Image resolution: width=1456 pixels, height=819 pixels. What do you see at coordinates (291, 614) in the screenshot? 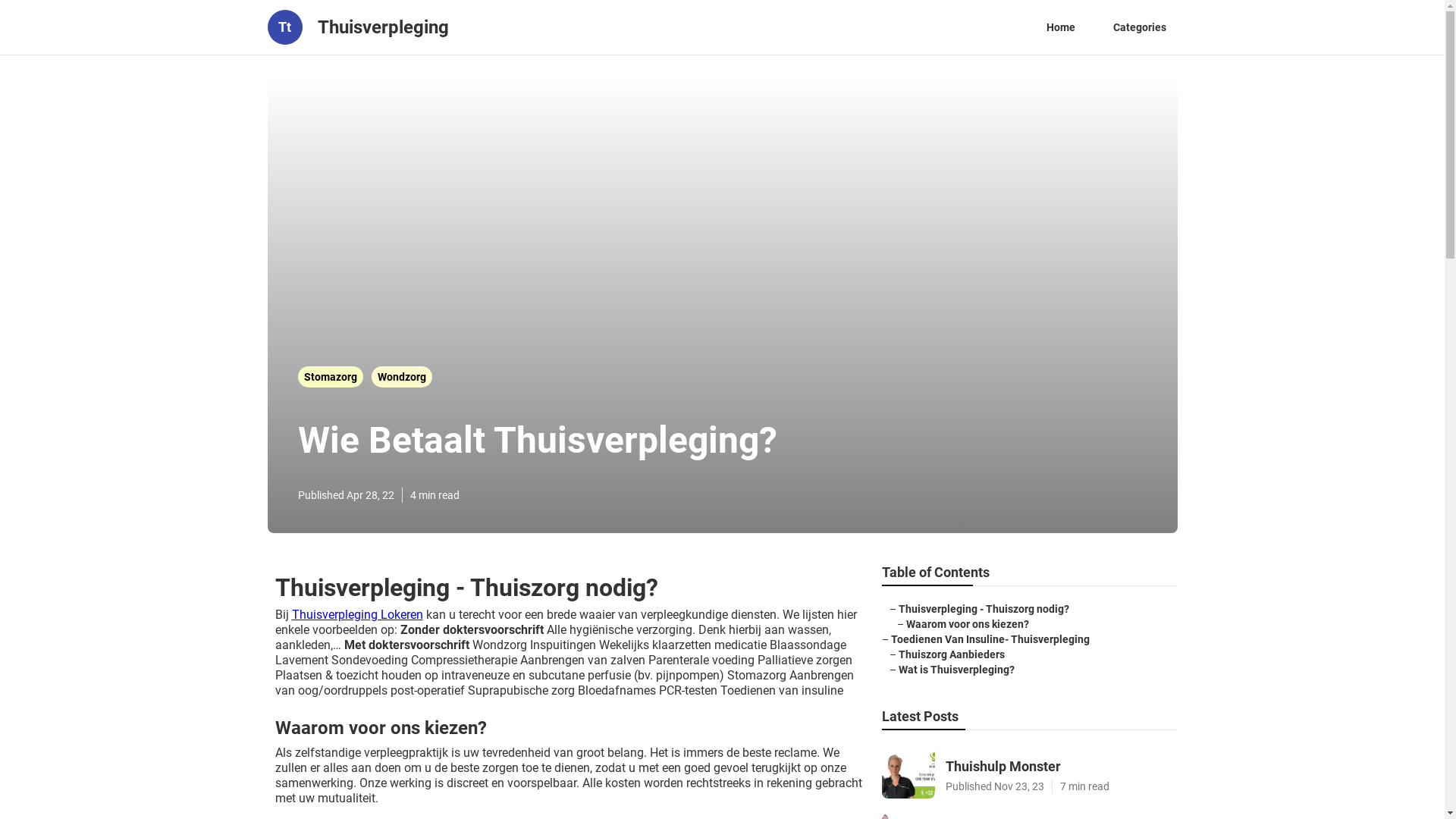
I see `'Thuisverpleging Lokeren'` at bounding box center [291, 614].